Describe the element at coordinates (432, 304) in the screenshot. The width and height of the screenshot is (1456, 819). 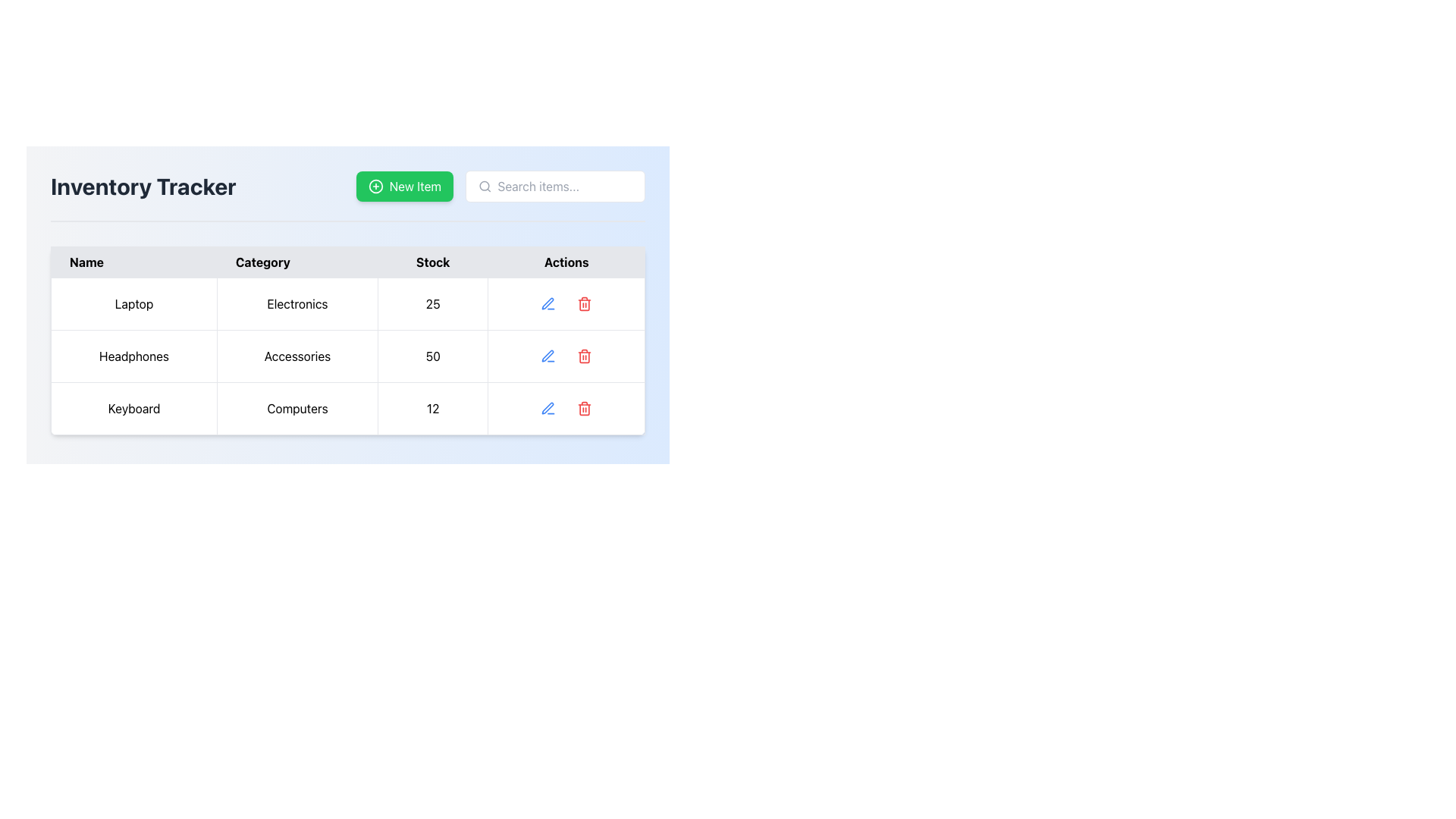
I see `the text element displaying the number '25' in bold black font located in the first row under the 'Stock' column of the table` at that location.